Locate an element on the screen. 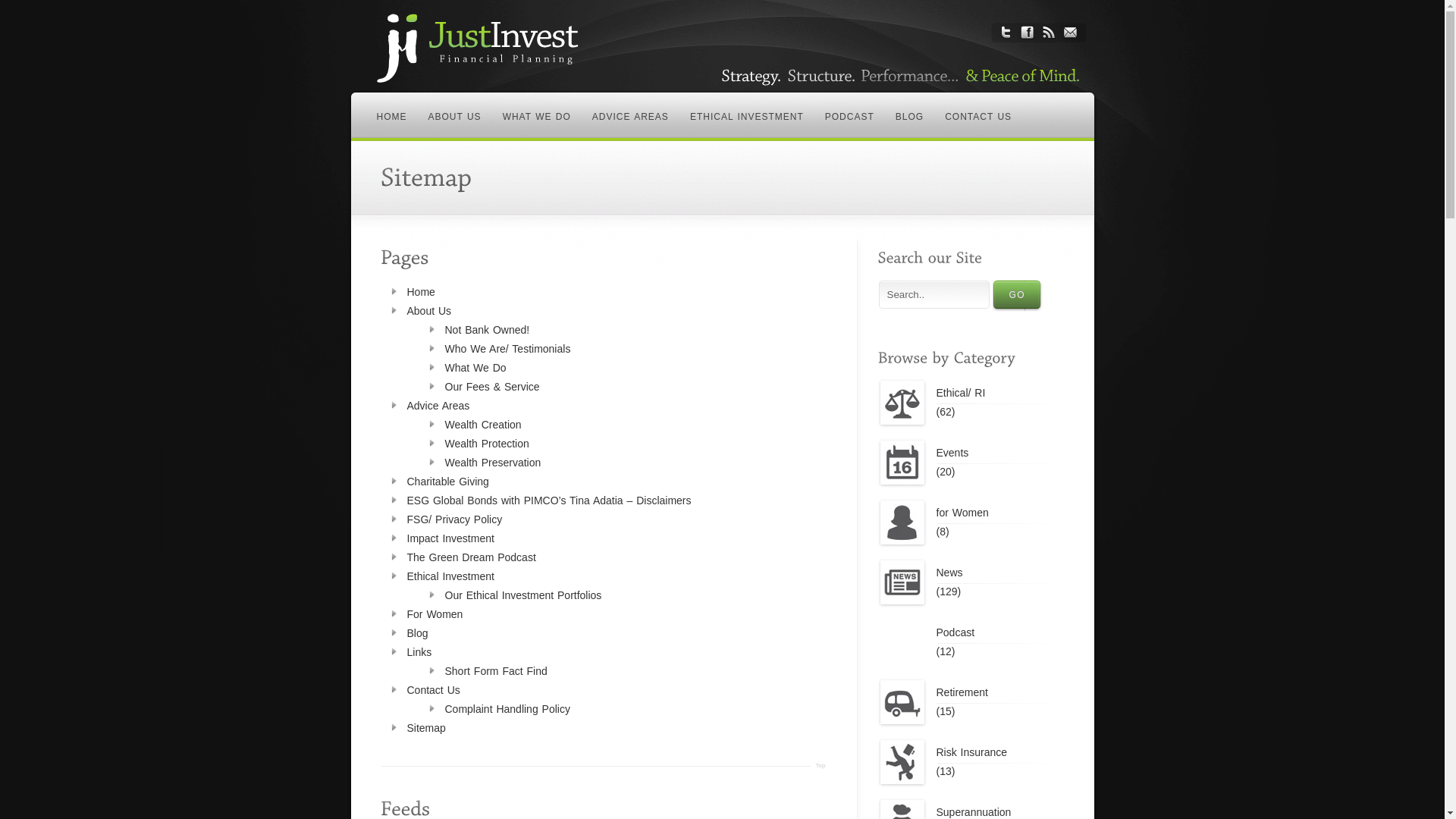 The width and height of the screenshot is (1456, 819). 'Our Fees & Service' is located at coordinates (491, 385).